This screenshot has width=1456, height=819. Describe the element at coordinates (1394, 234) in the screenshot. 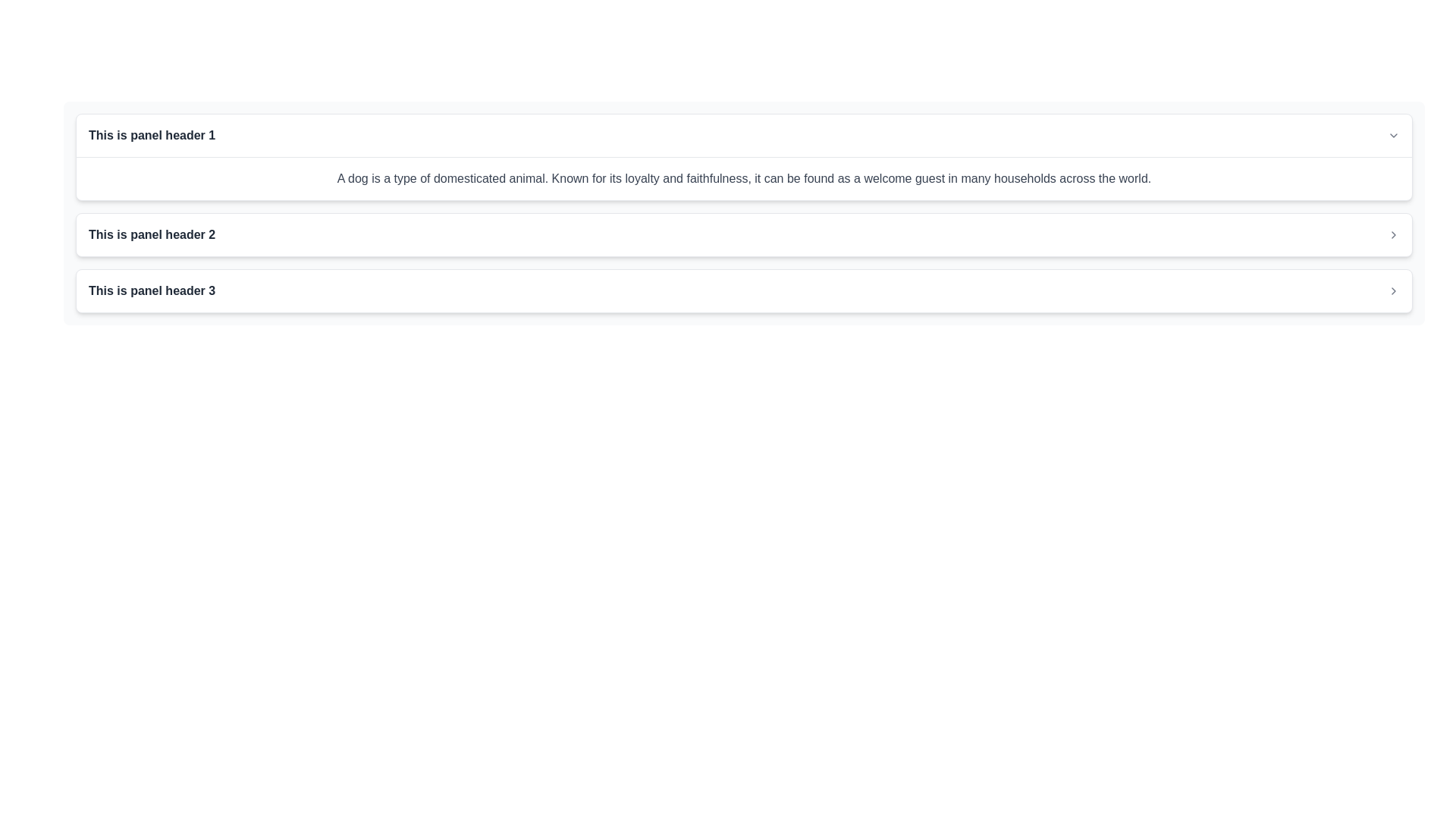

I see `the Chevron icon located in the top-right corner of the panel labeled 'This is panel header 2'` at that location.